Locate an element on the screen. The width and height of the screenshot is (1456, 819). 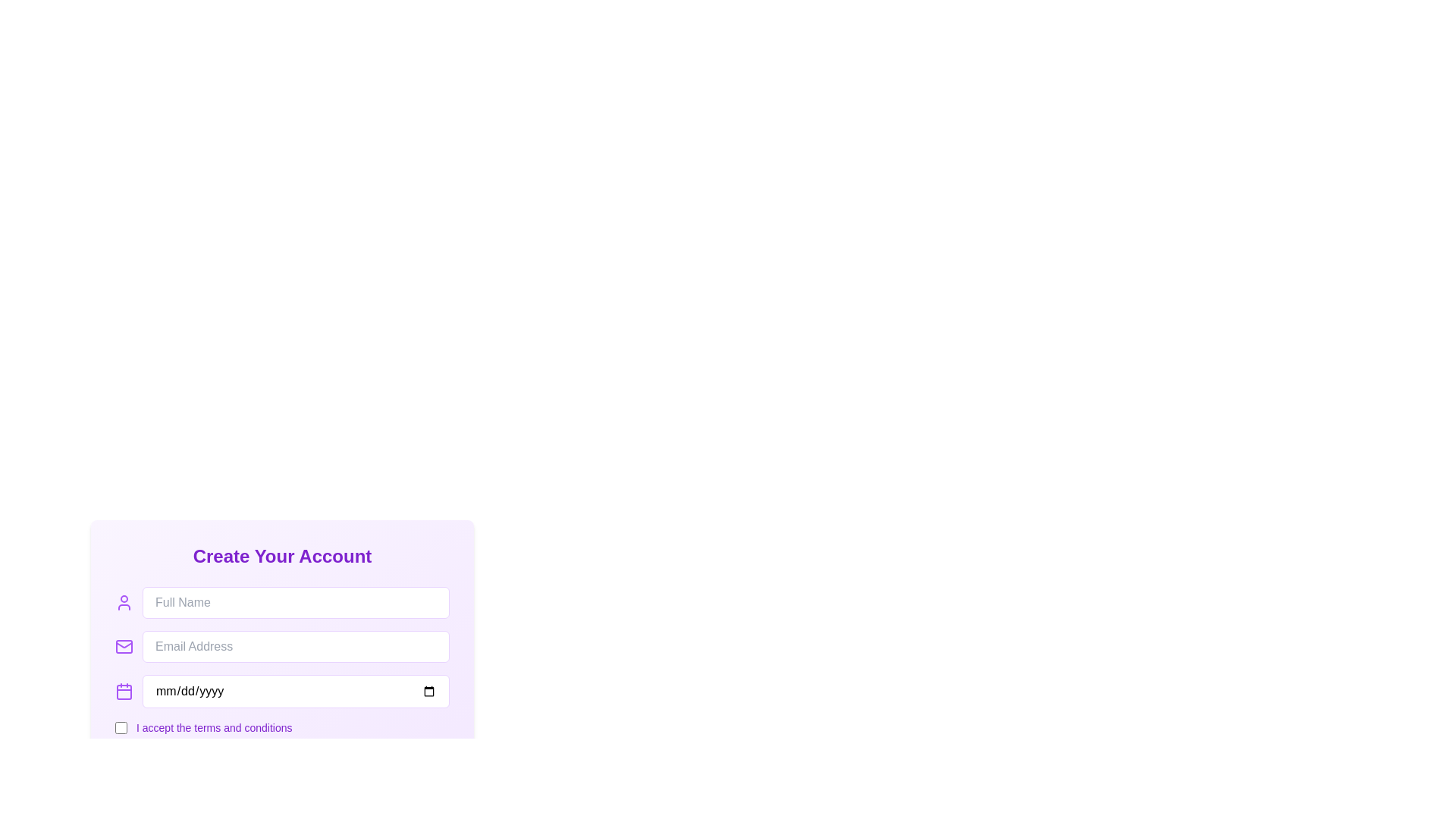
the input fields of the 'Create Your Account' dialog box to type information such as Full Name, Email Address, and Birth Date is located at coordinates (282, 620).